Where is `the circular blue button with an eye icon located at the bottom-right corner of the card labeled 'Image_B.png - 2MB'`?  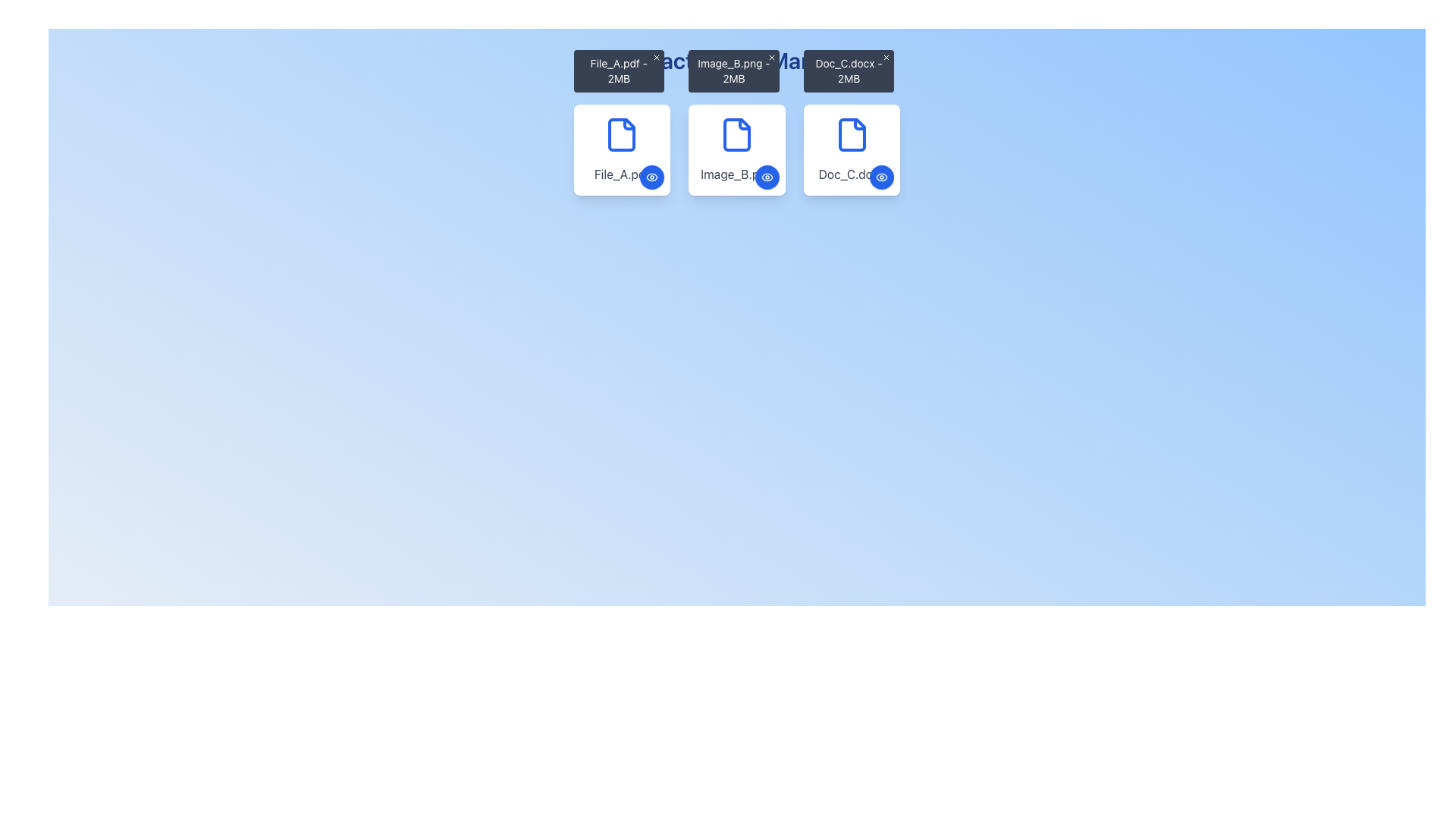 the circular blue button with an eye icon located at the bottom-right corner of the card labeled 'Image_B.png - 2MB' is located at coordinates (767, 177).